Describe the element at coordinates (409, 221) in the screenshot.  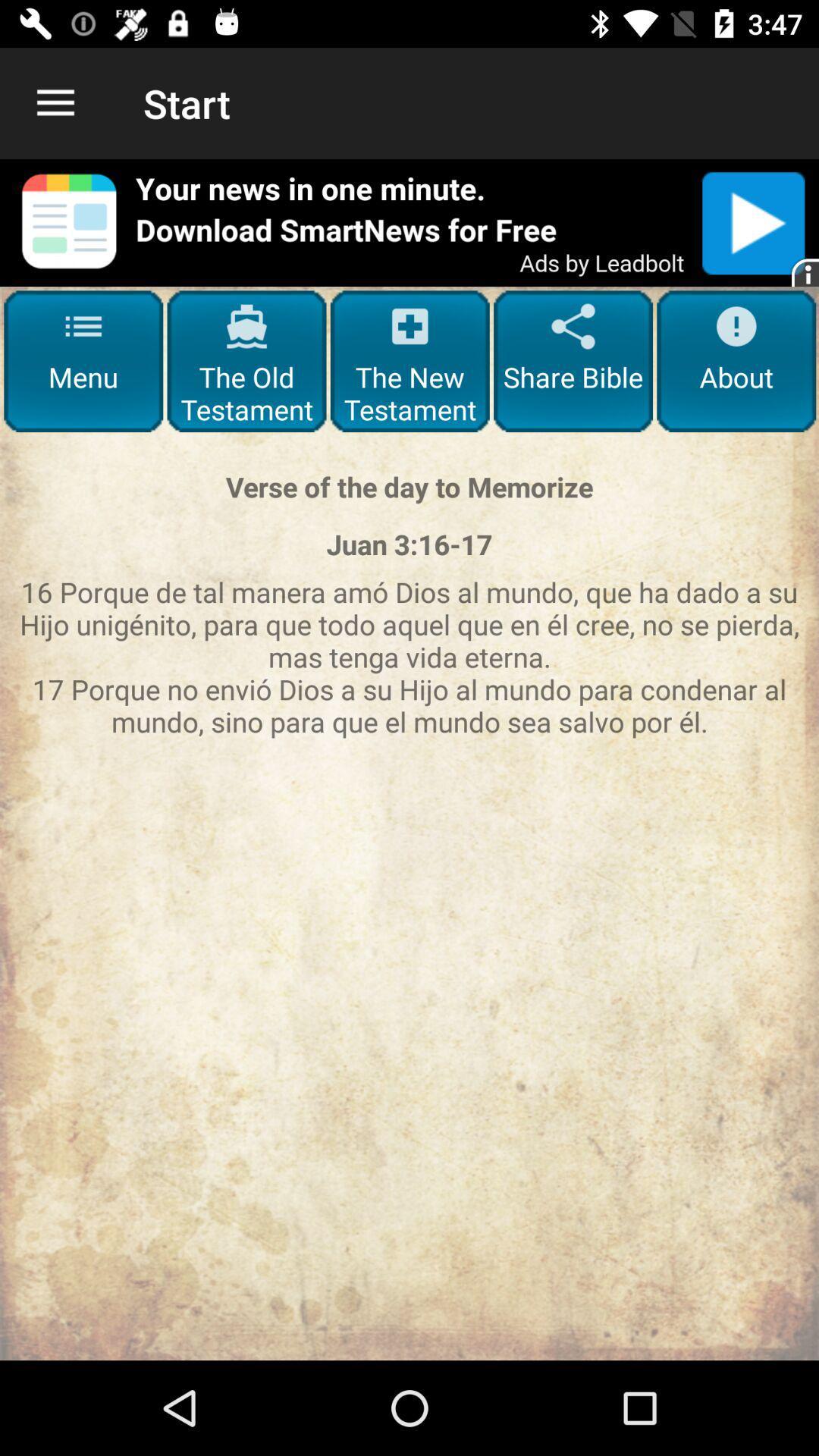
I see `open advertisement` at that location.